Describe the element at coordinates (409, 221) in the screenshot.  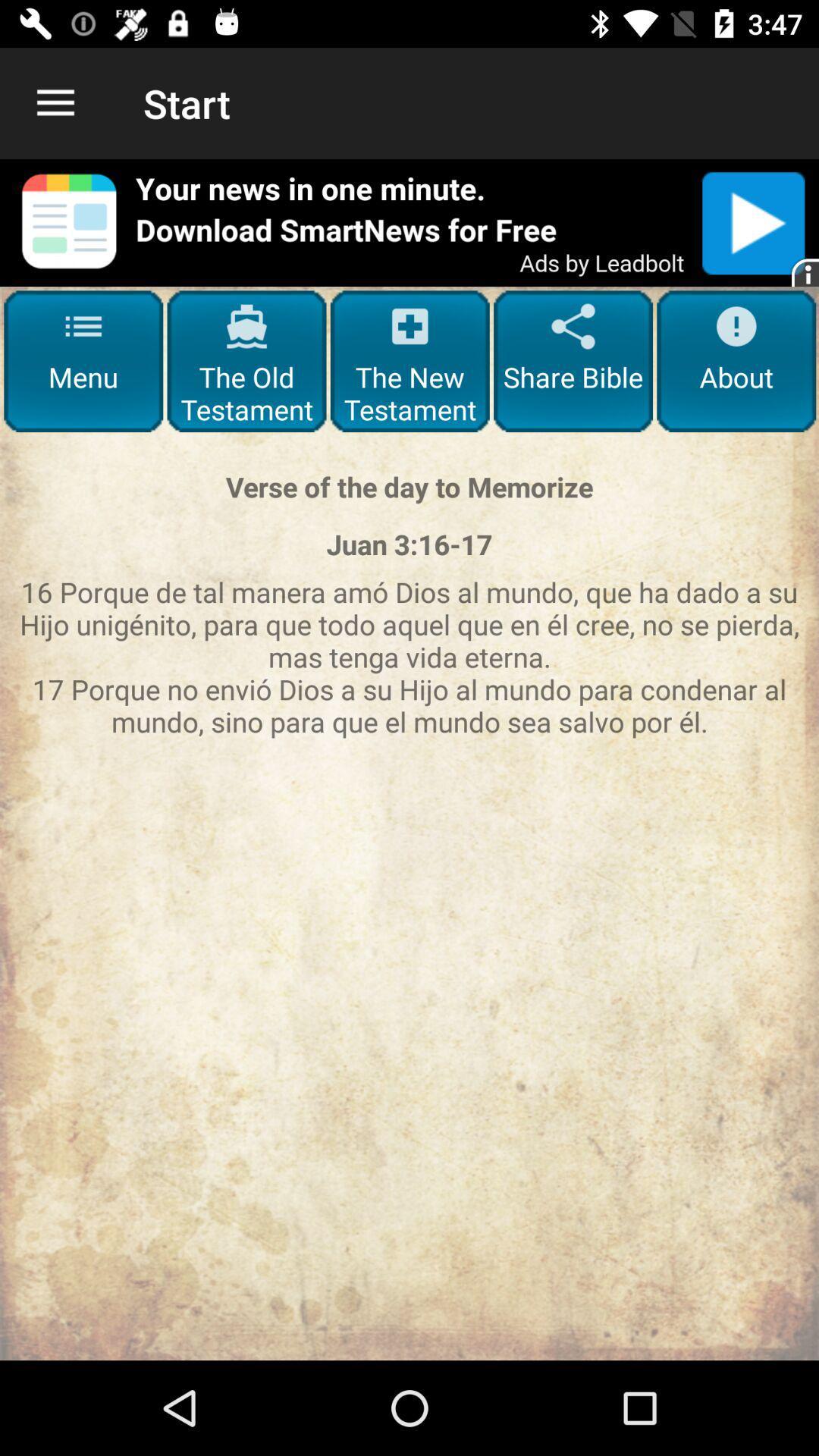
I see `open advertisement` at that location.